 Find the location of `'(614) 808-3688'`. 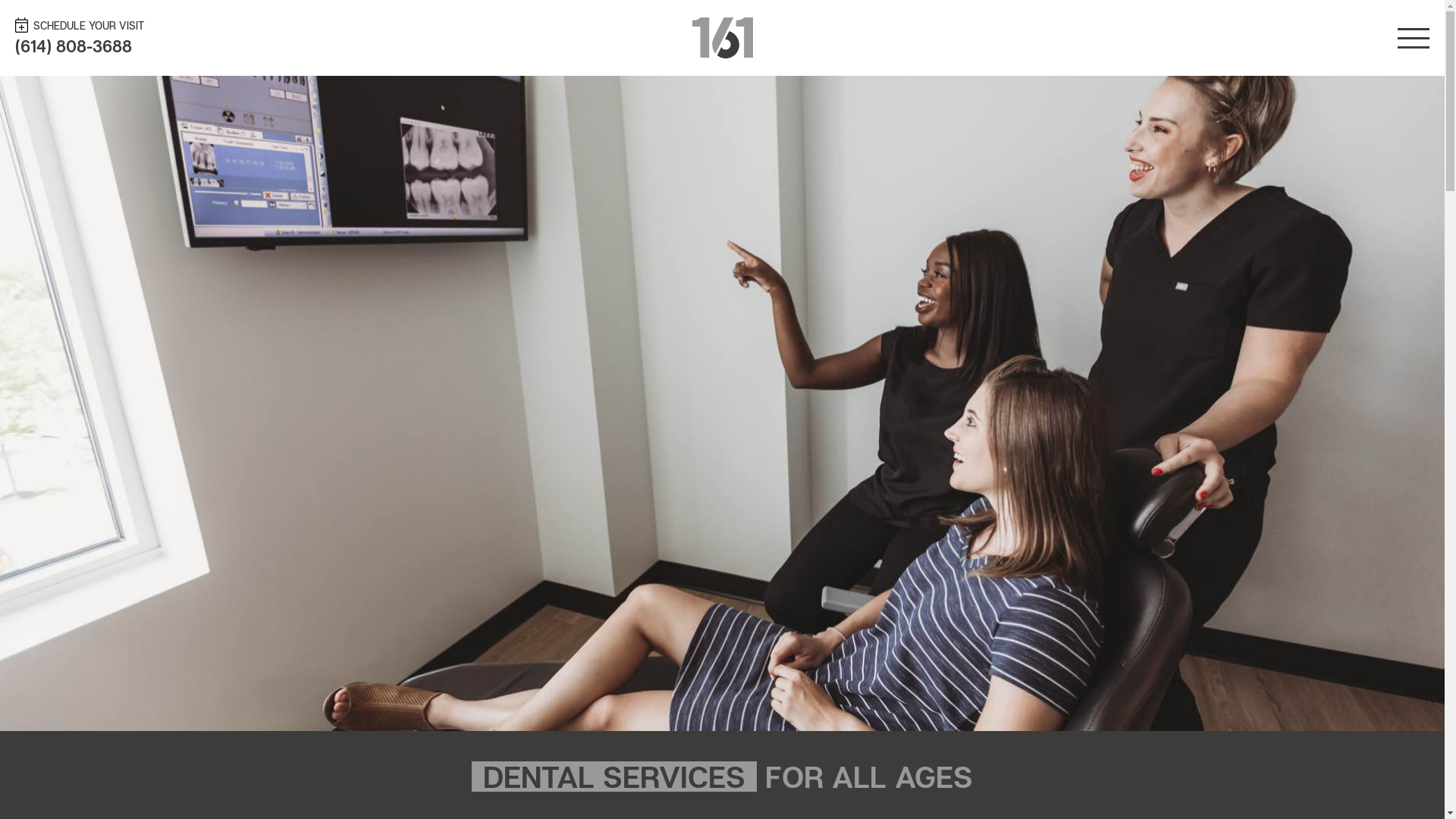

'(614) 808-3688' is located at coordinates (14, 45).